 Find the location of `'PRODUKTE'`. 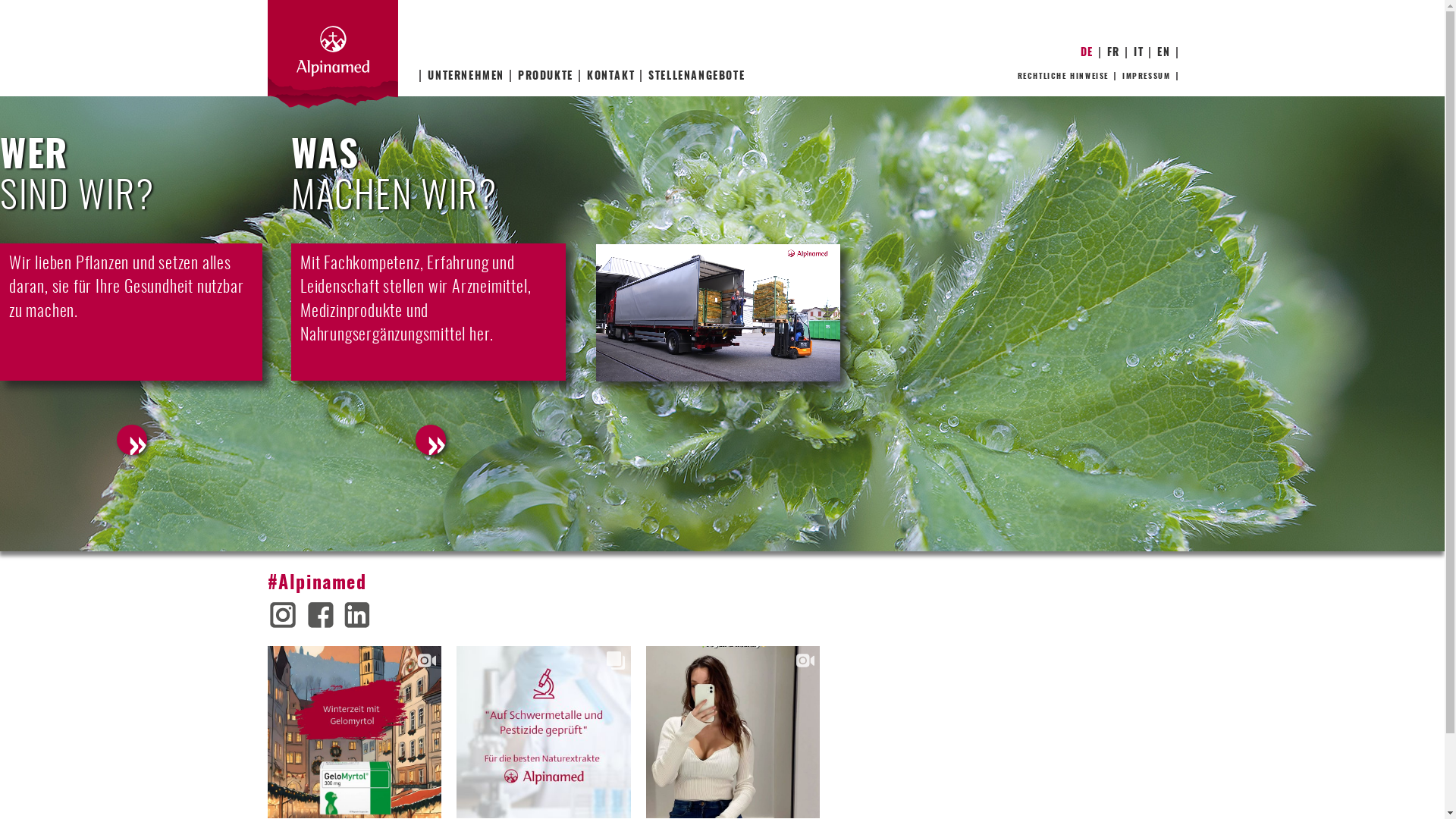

'PRODUKTE' is located at coordinates (510, 76).